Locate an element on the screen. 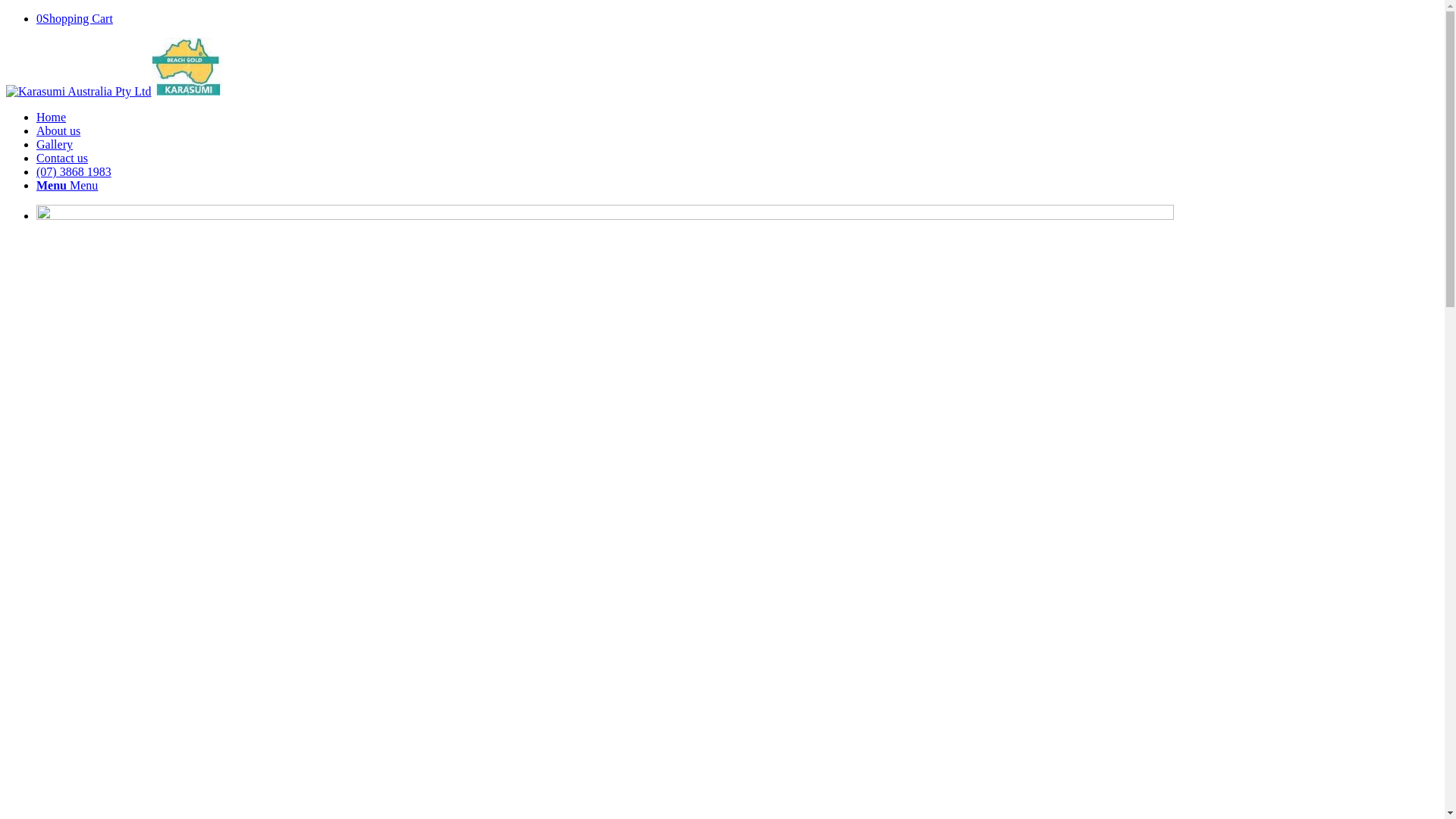  'About us' is located at coordinates (36, 130).